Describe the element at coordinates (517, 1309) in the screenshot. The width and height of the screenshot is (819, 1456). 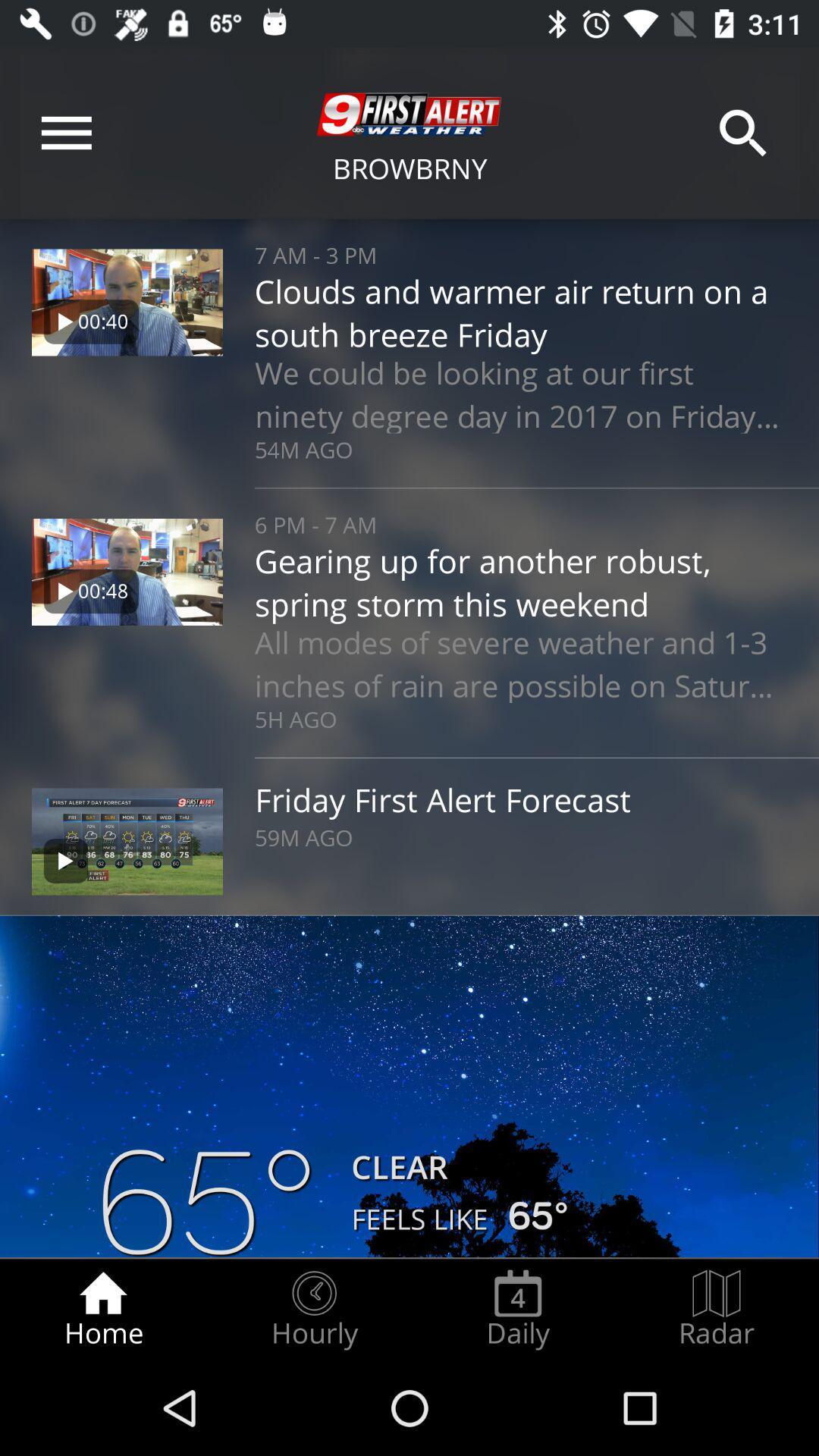
I see `the radio button to the right of the hourly icon` at that location.